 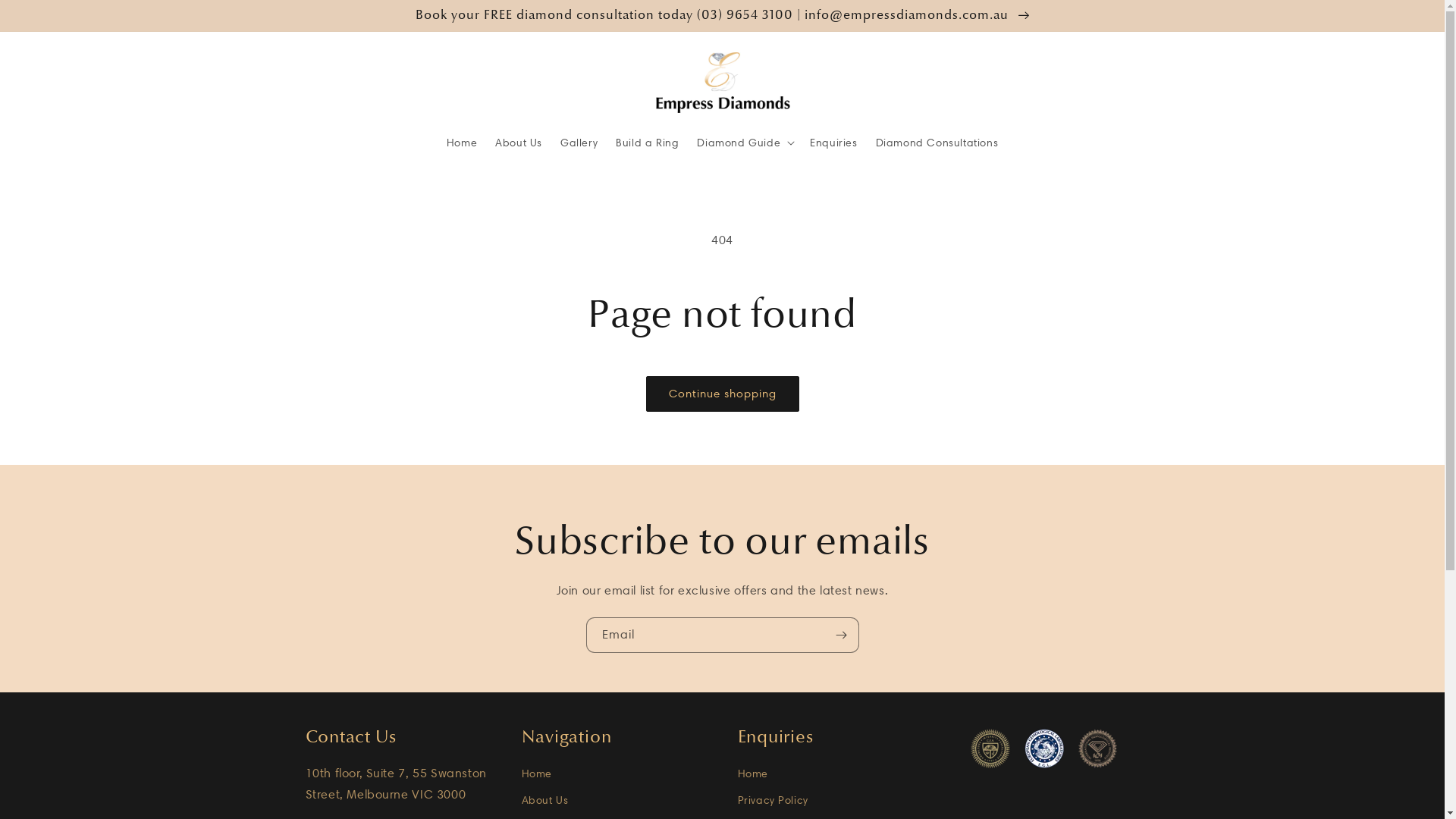 I want to click on 'Home', so click(x=736, y=775).